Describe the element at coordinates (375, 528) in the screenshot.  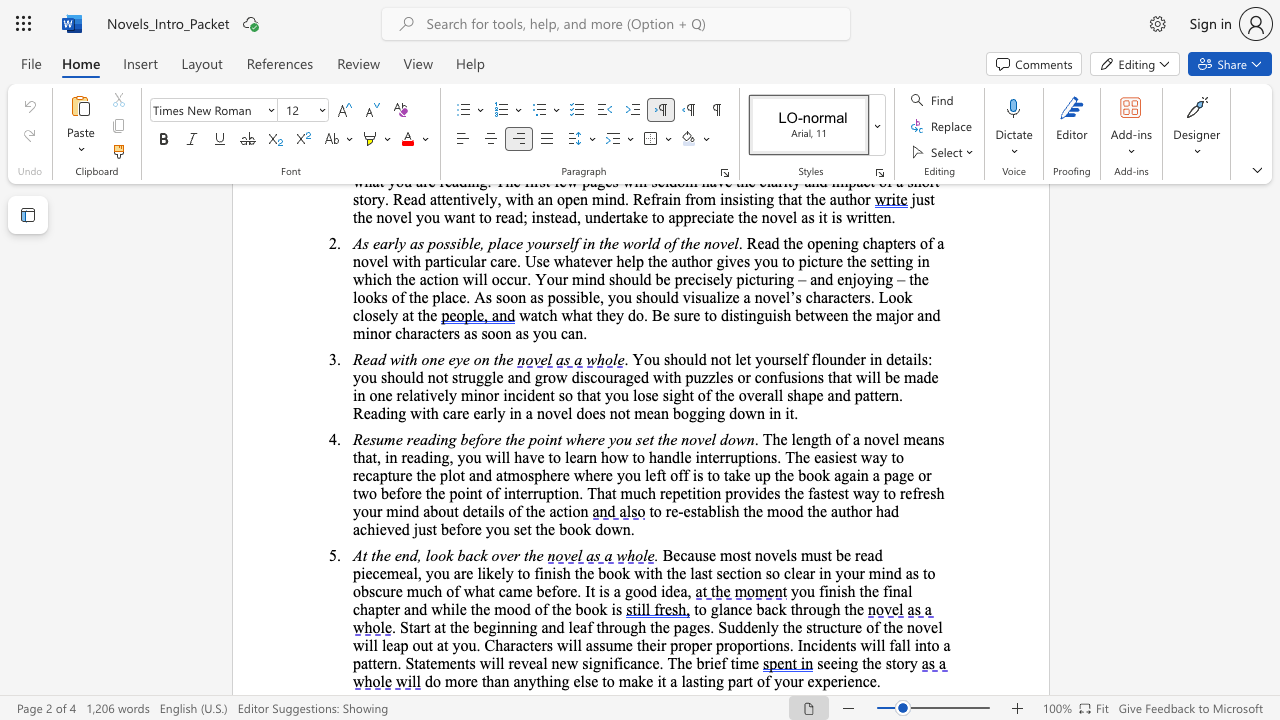
I see `the subset text "ieved just befor" within the text "to re-establish the mood the author had achieved just before you set the book down."` at that location.